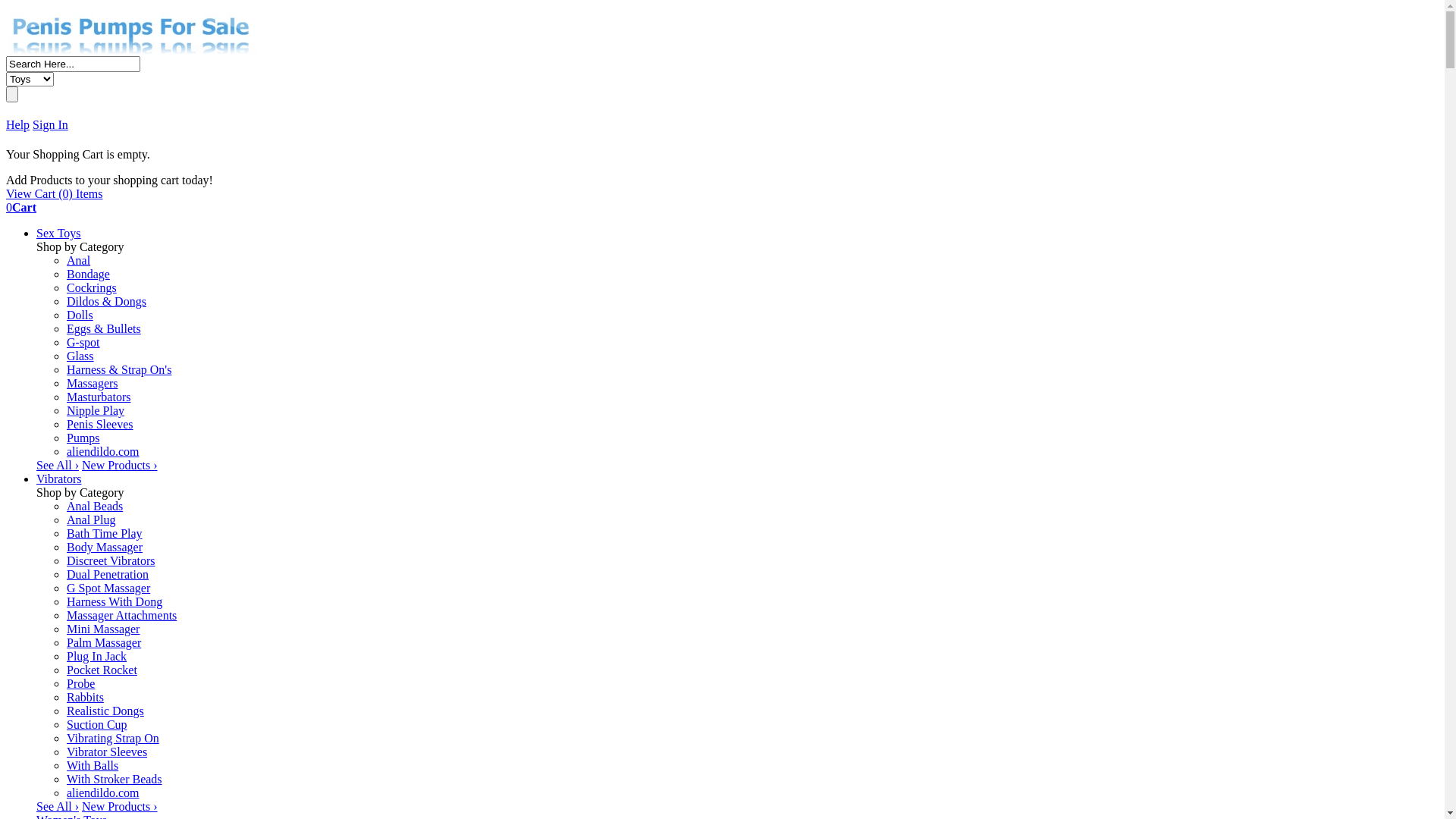  Describe the element at coordinates (77, 259) in the screenshot. I see `'Anal'` at that location.